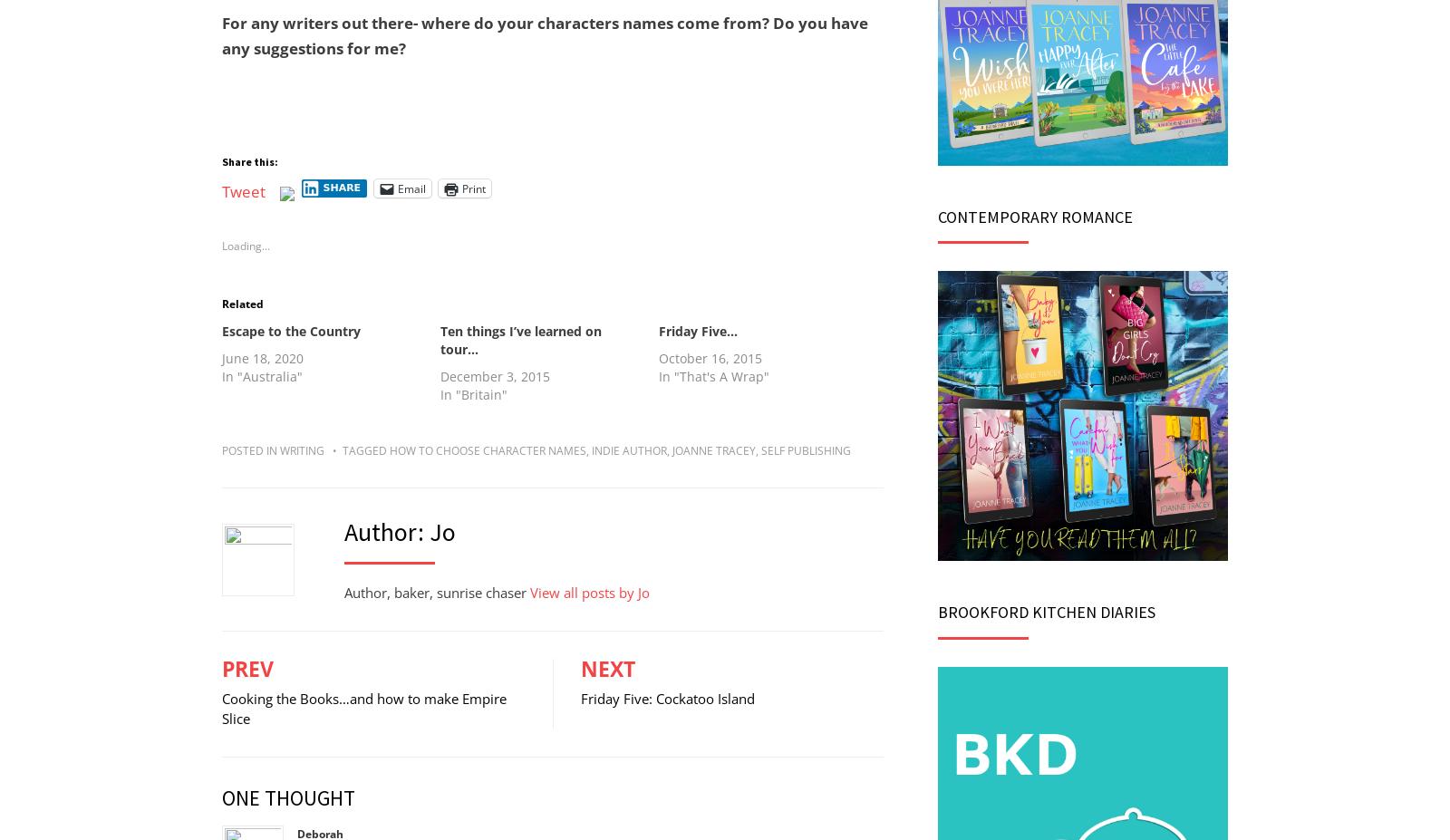  I want to click on 'self publishing', so click(805, 449).